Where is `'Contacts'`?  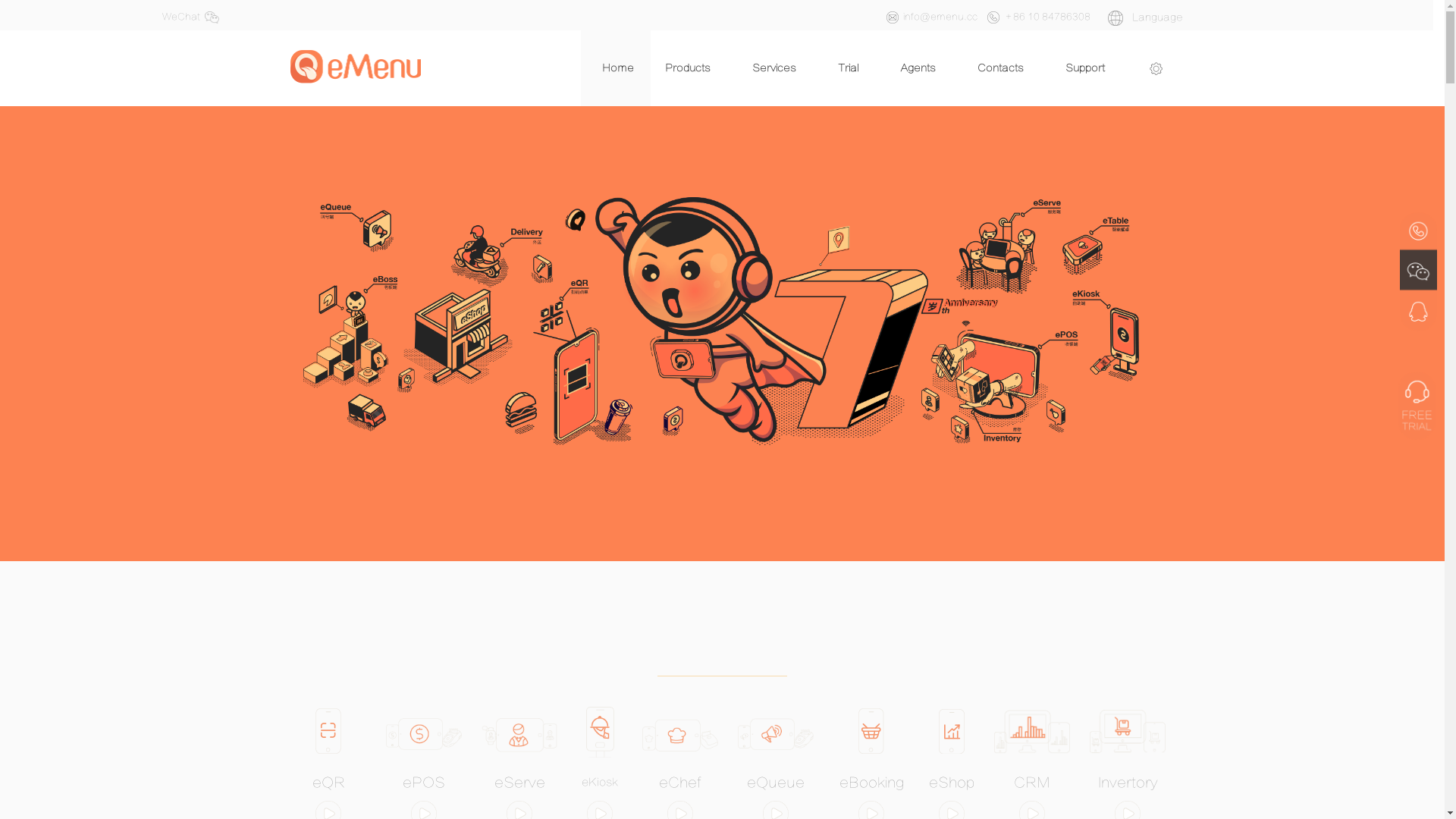
'Contacts' is located at coordinates (999, 67).